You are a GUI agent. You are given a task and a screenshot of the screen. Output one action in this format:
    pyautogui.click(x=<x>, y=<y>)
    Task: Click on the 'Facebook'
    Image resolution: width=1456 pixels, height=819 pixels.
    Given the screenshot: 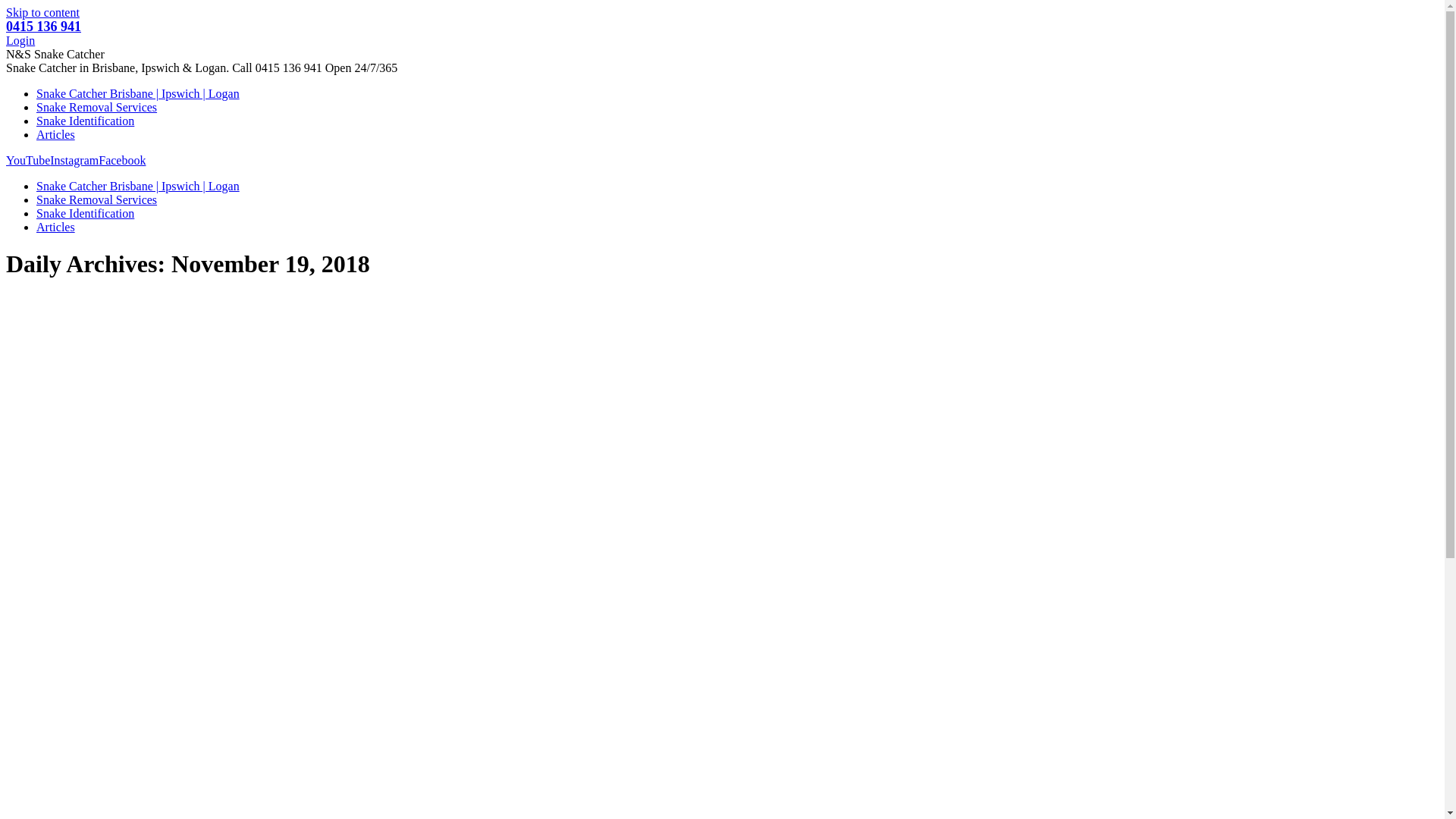 What is the action you would take?
    pyautogui.click(x=122, y=160)
    